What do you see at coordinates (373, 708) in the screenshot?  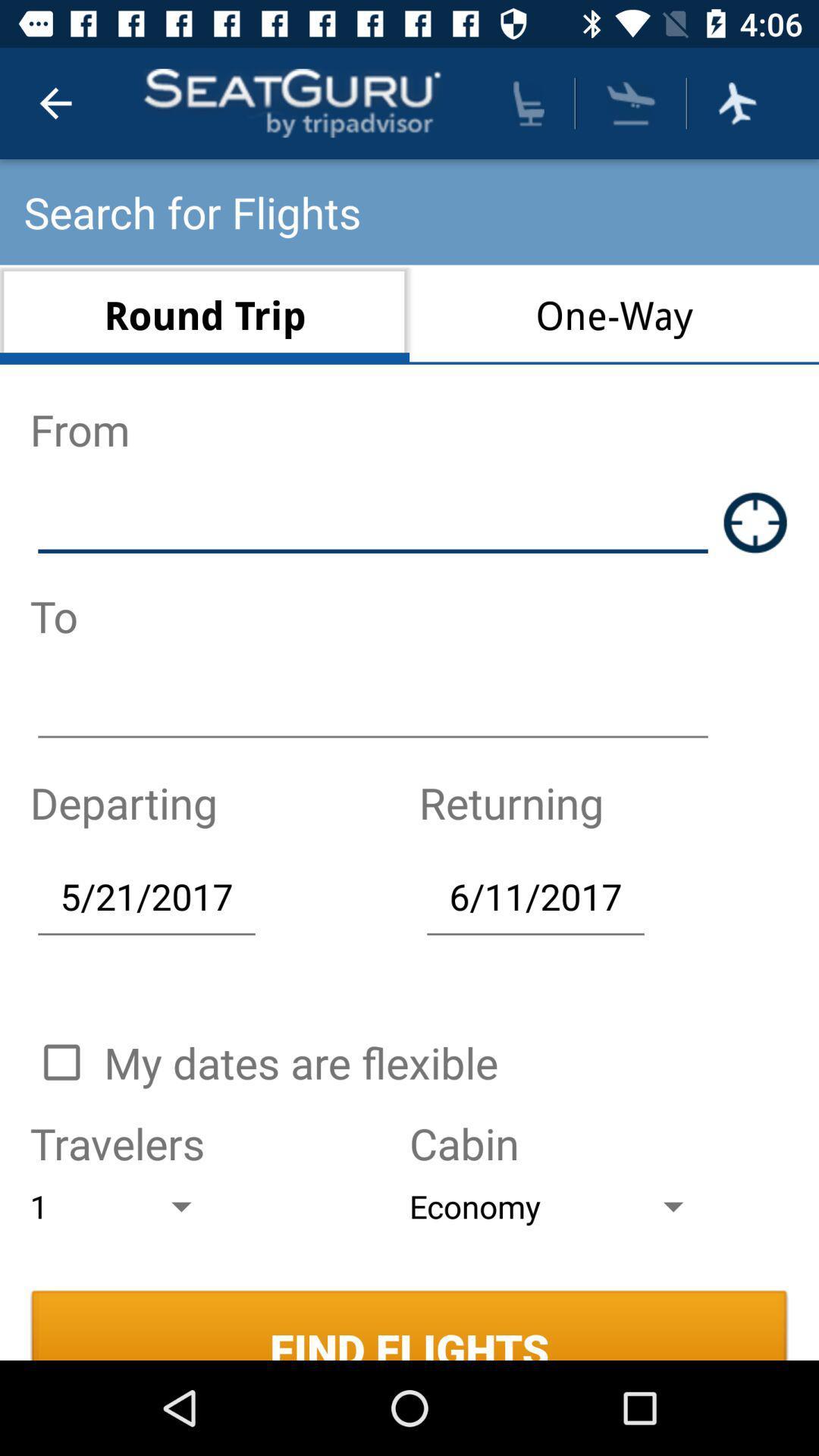 I see `destination` at bounding box center [373, 708].